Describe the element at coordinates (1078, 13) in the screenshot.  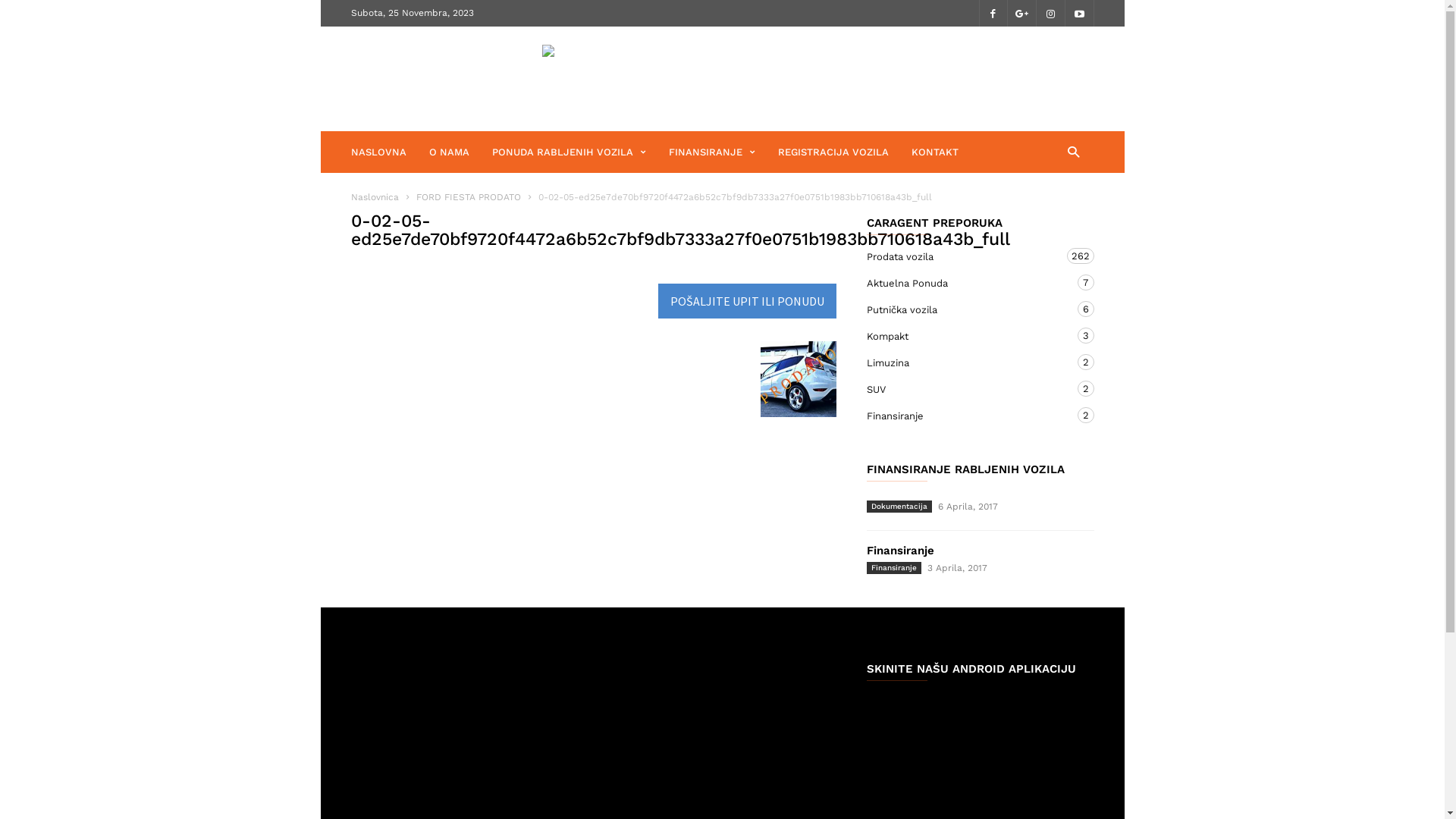
I see `'Youtube'` at that location.